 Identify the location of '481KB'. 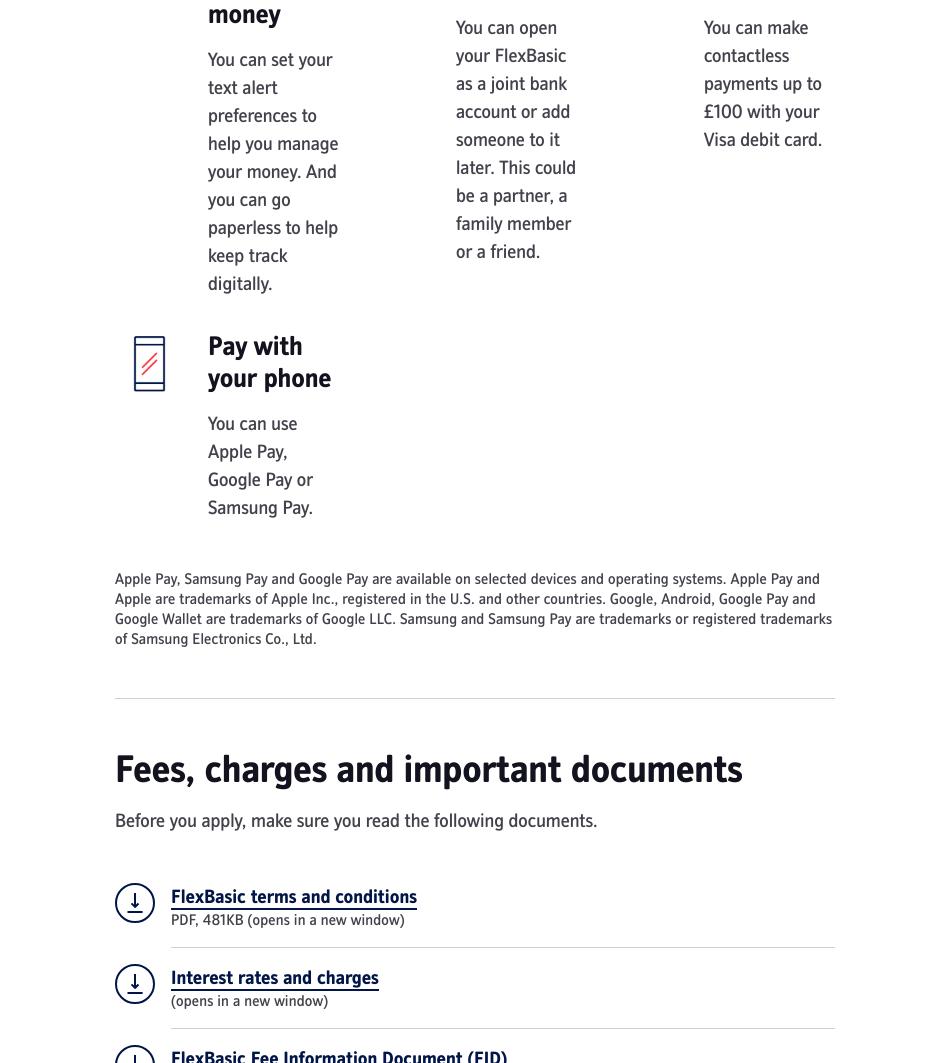
(201, 919).